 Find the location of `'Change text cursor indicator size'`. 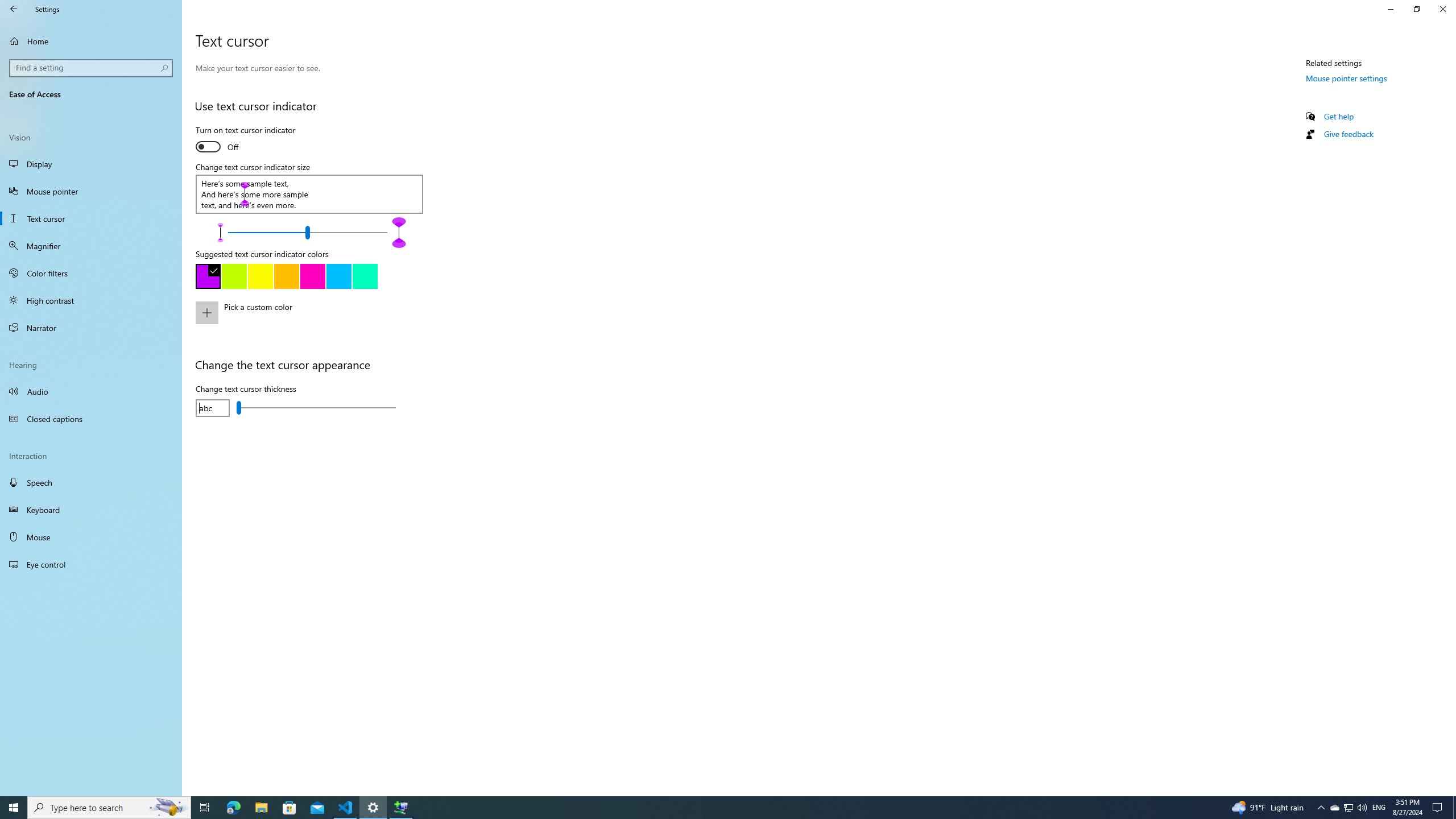

'Change text cursor indicator size' is located at coordinates (308, 231).